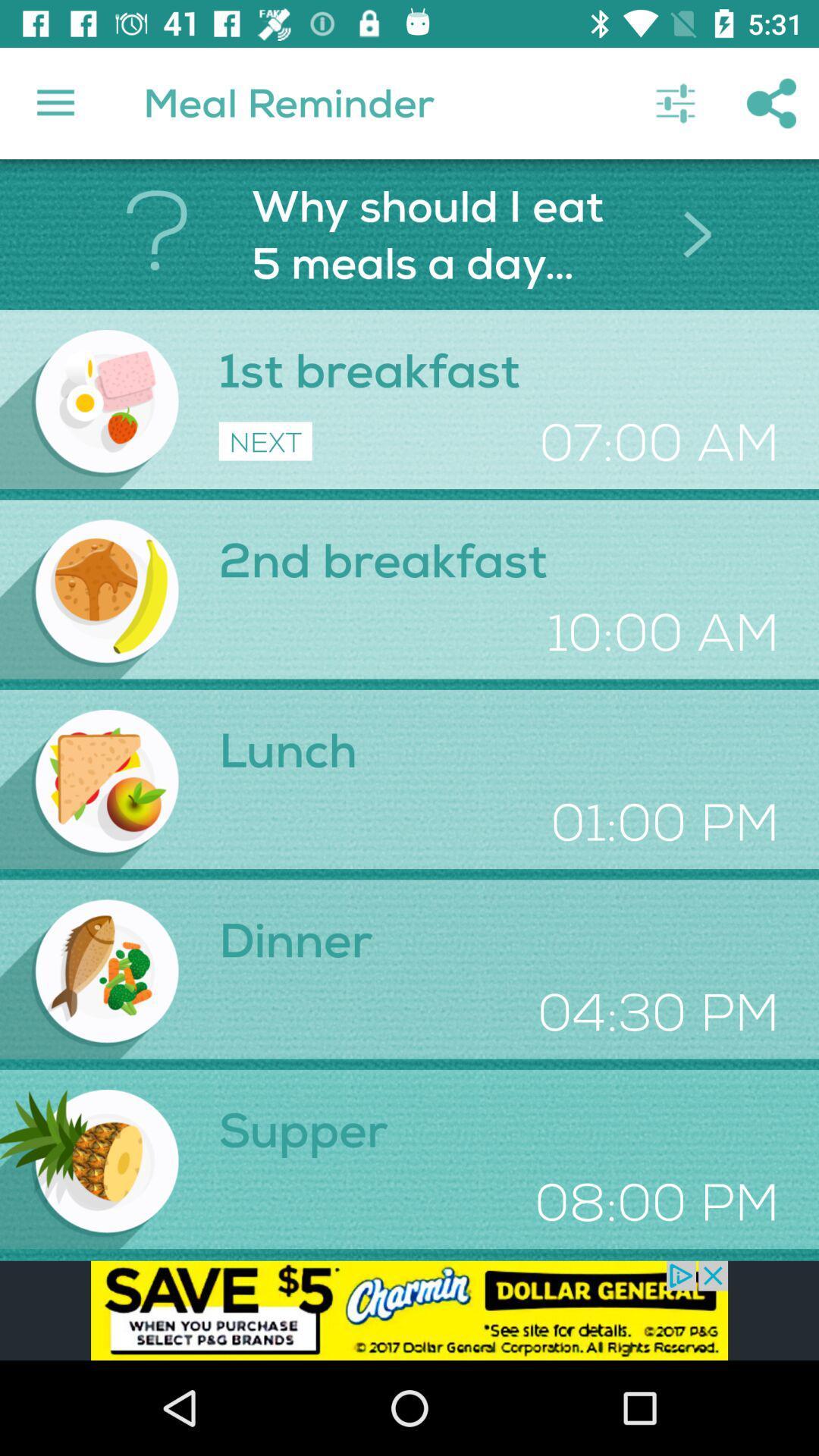 This screenshot has height=1456, width=819. What do you see at coordinates (409, 1310) in the screenshot?
I see `share the article` at bounding box center [409, 1310].